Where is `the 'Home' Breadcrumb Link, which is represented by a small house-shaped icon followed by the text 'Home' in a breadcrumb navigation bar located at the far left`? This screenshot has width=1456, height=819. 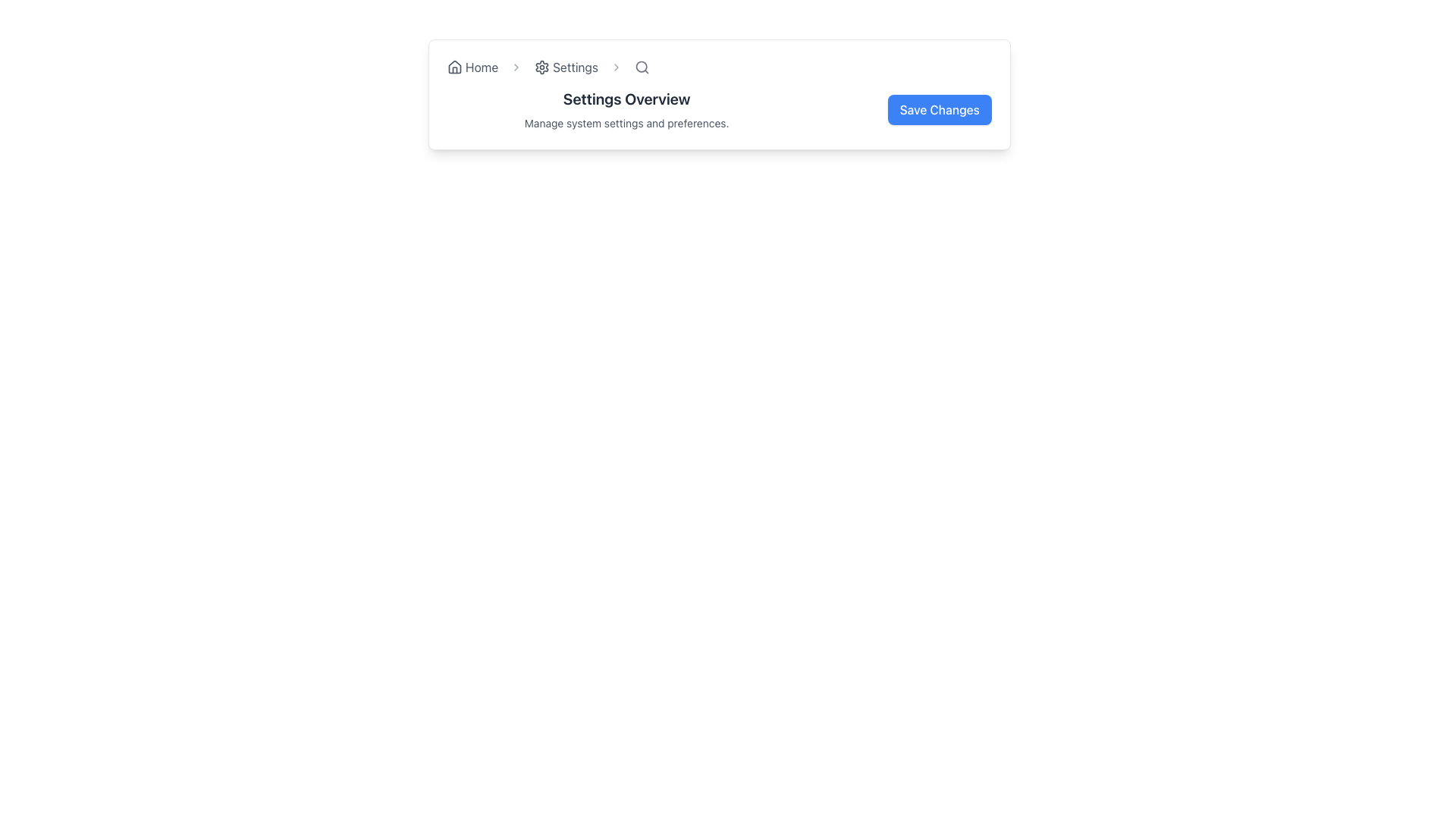 the 'Home' Breadcrumb Link, which is represented by a small house-shaped icon followed by the text 'Home' in a breadcrumb navigation bar located at the far left is located at coordinates (472, 66).